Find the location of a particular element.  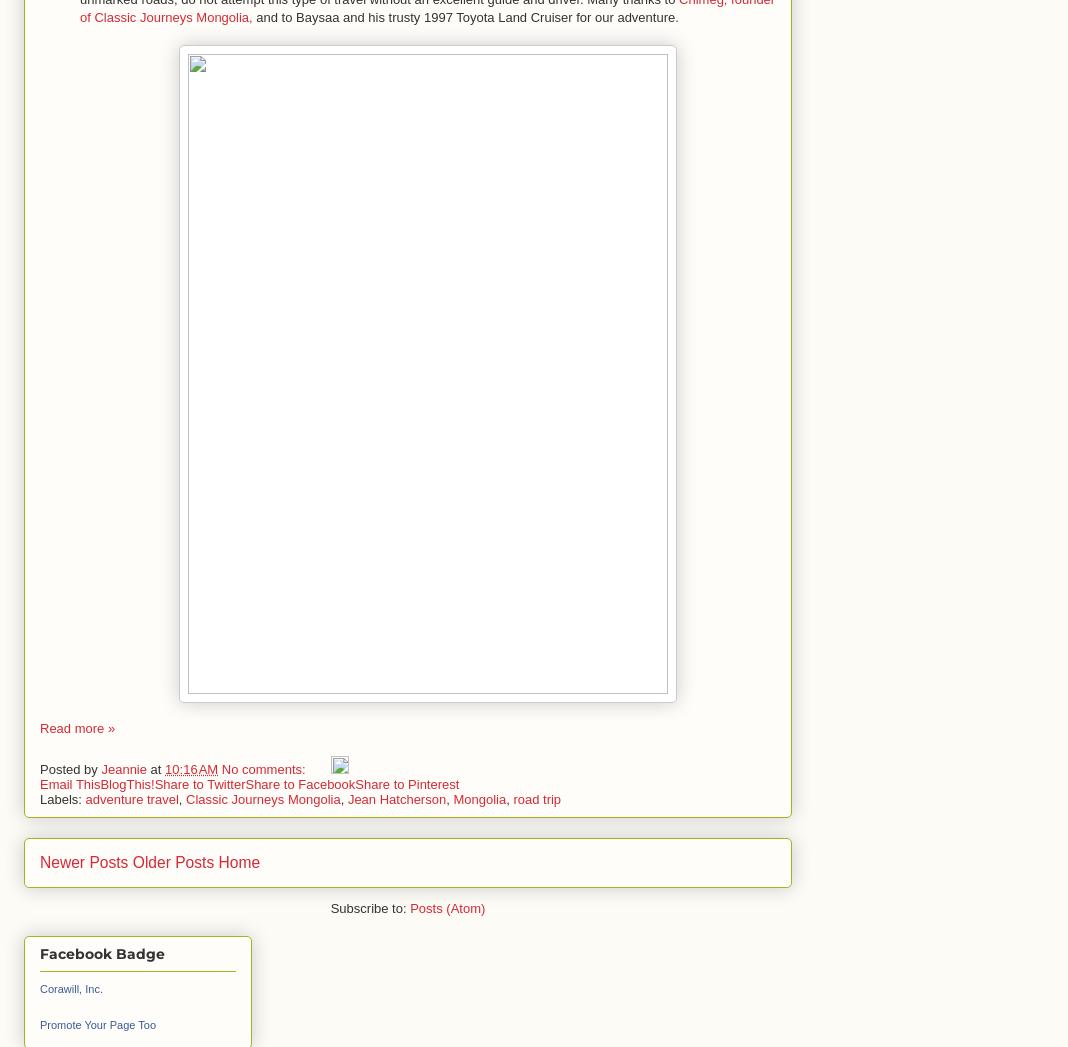

'Share to Twitter' is located at coordinates (199, 782).